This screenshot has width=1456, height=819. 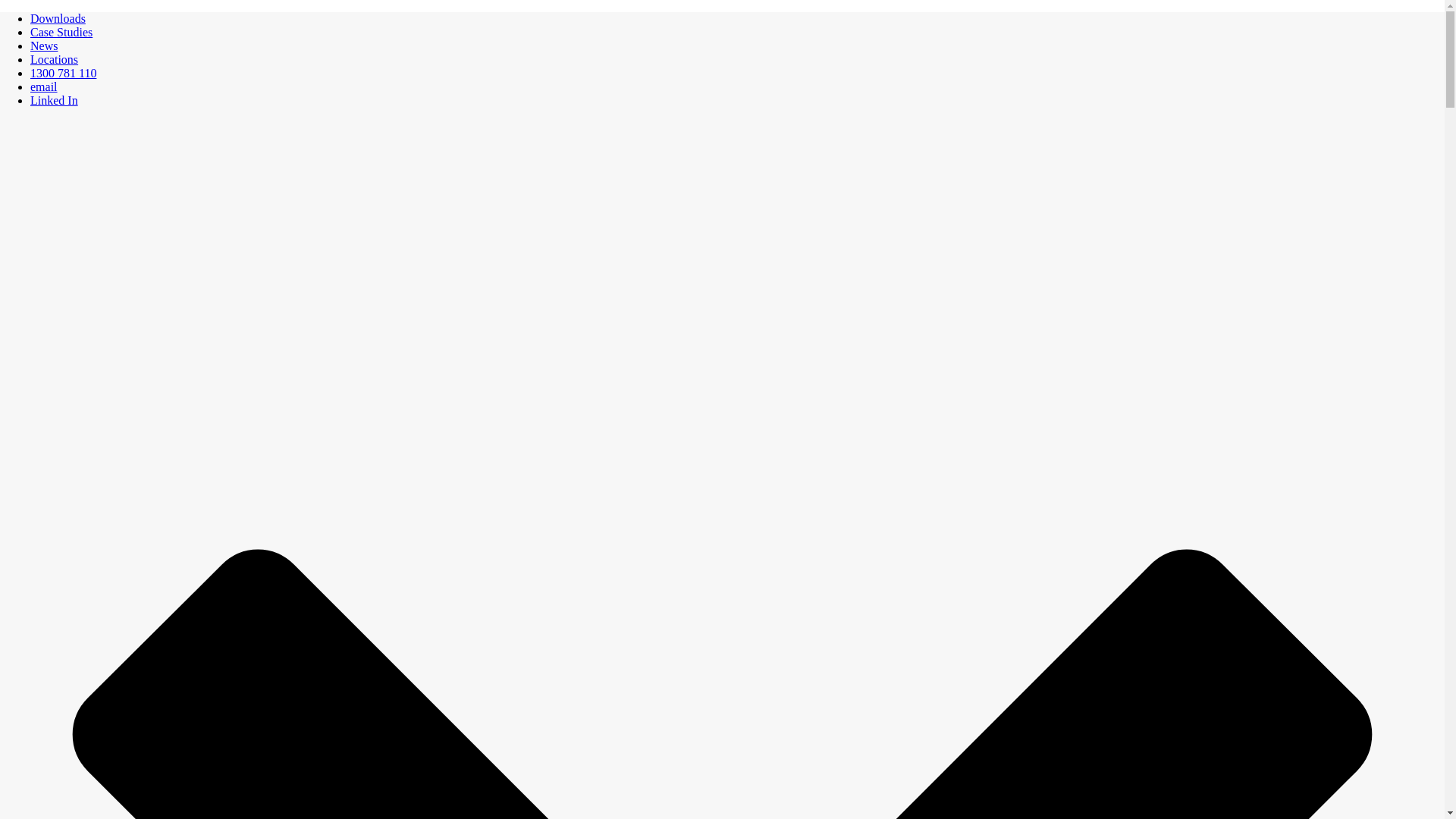 I want to click on 'email', so click(x=43, y=86).